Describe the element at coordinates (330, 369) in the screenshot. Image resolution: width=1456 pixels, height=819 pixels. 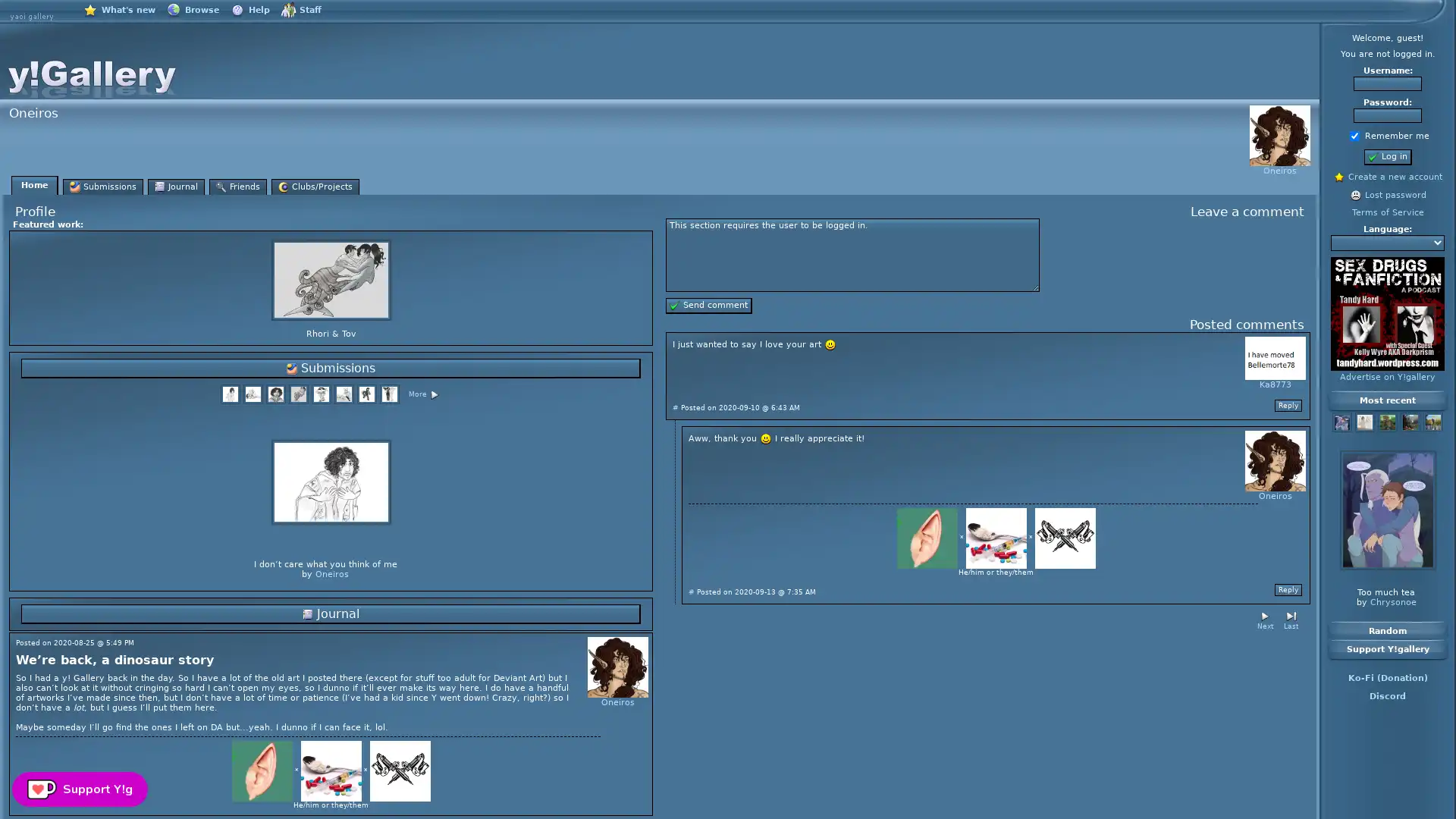
I see `Submissions` at that location.